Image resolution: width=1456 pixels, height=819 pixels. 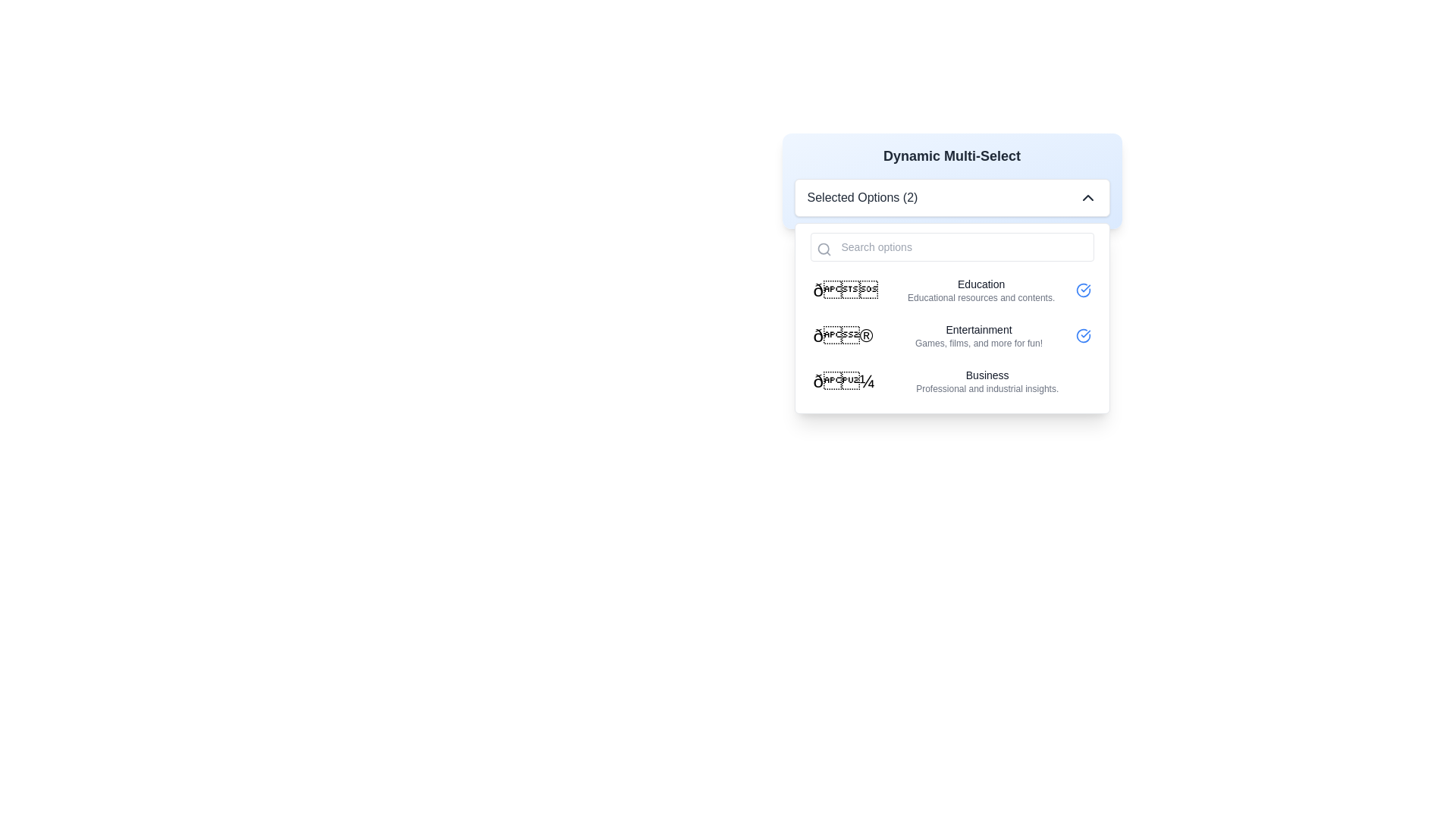 I want to click on the static text label that reads 'Games, films, and more for fun!', which is positioned below the title 'Entertainment' in the dropdown list labeled 'Dynamic Multi-Select', so click(x=979, y=343).